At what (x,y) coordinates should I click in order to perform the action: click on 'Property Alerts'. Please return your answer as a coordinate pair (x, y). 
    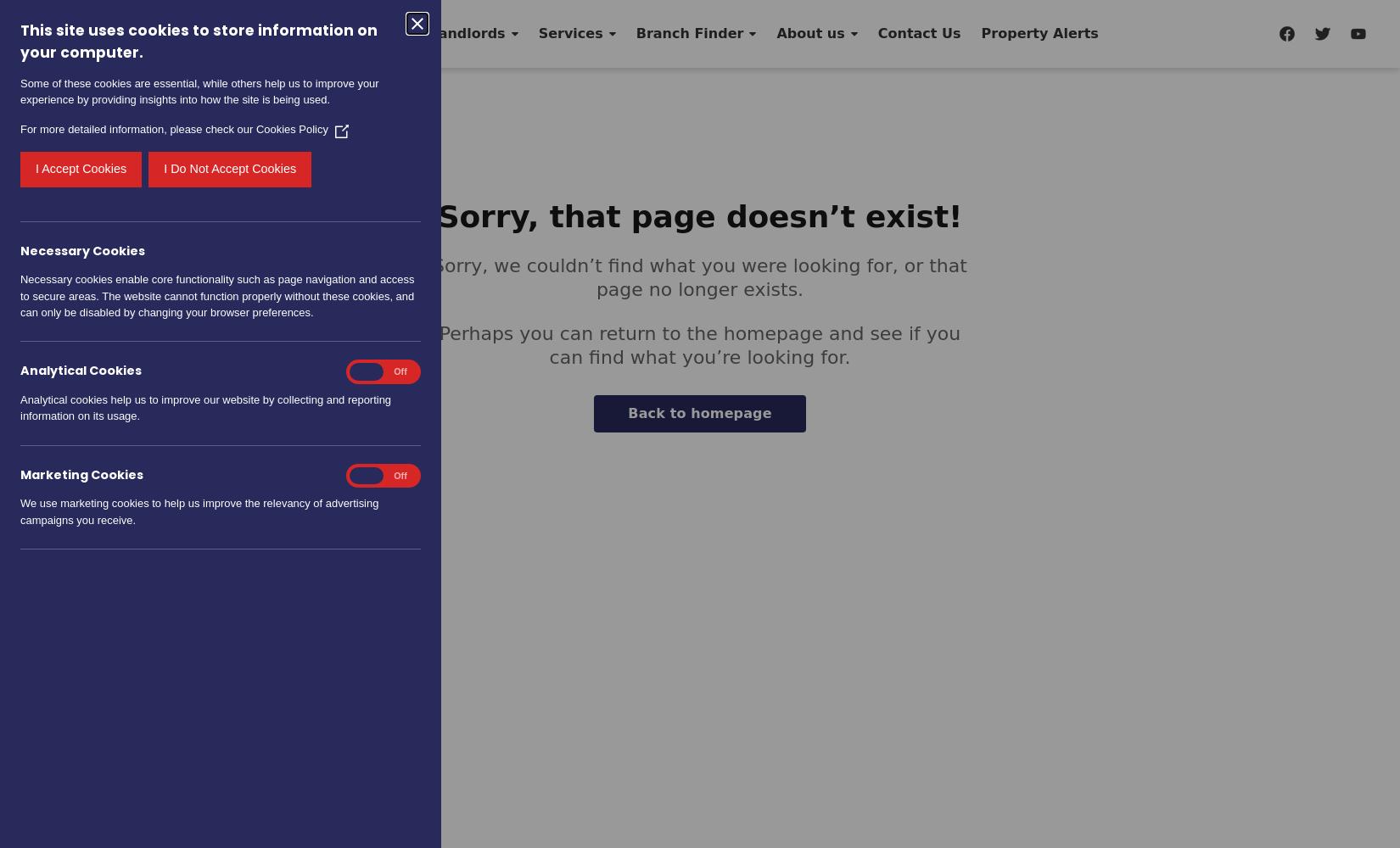
    Looking at the image, I should click on (1039, 33).